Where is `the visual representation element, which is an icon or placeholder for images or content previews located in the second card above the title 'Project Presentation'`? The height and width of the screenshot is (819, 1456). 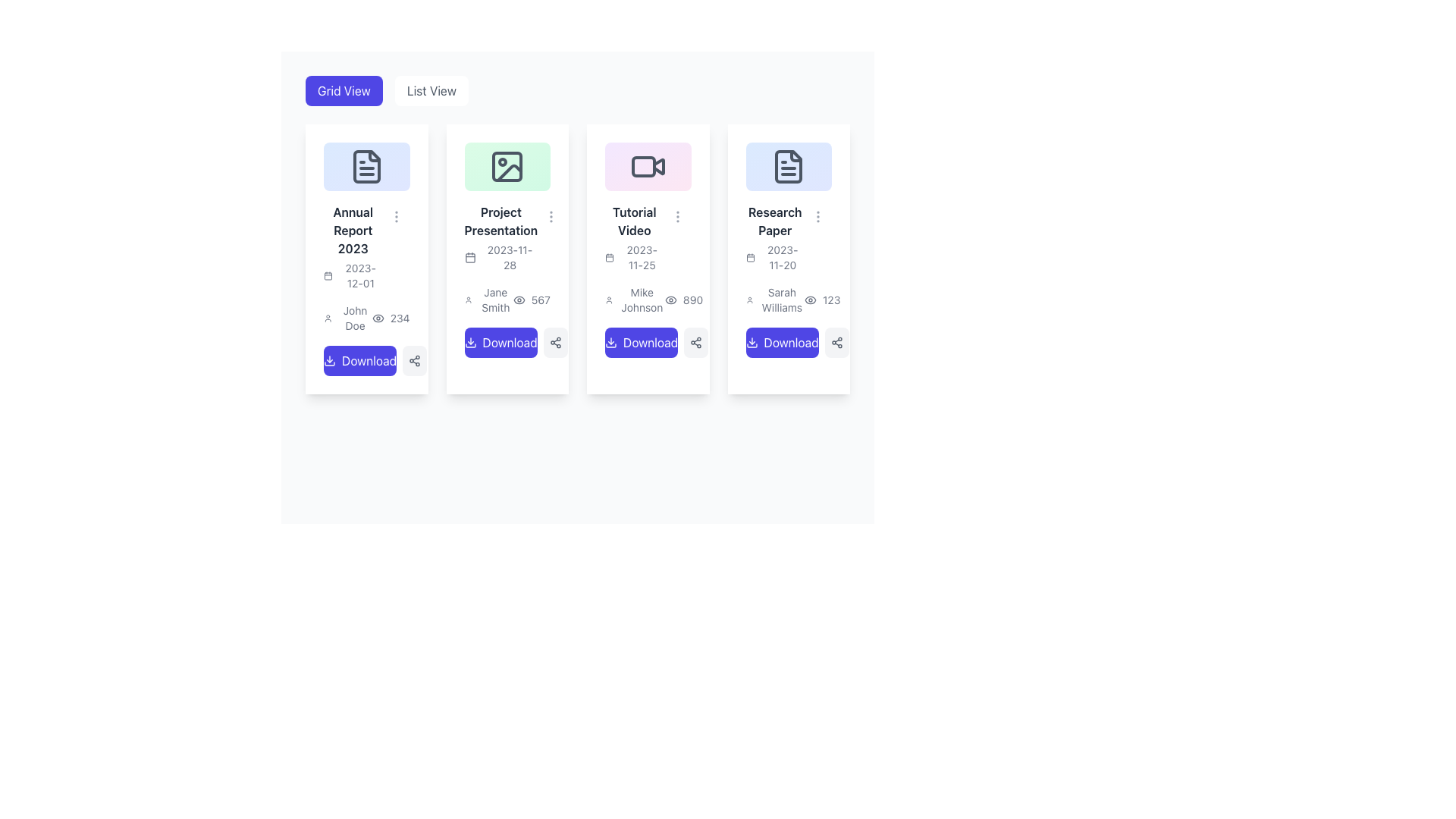 the visual representation element, which is an icon or placeholder for images or content previews located in the second card above the title 'Project Presentation' is located at coordinates (507, 166).